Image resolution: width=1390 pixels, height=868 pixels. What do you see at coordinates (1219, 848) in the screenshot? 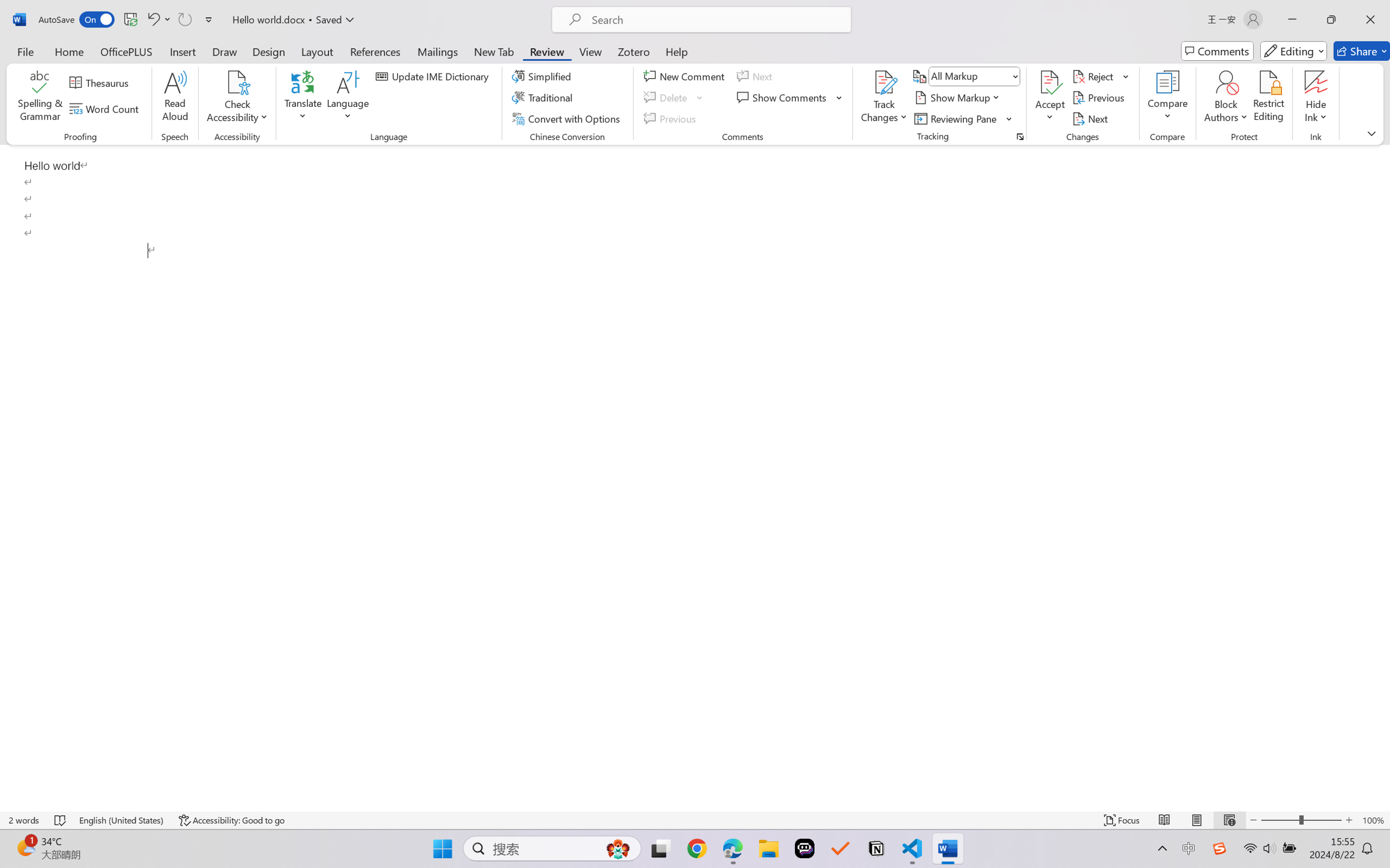
I see `'Class: Image'` at bounding box center [1219, 848].